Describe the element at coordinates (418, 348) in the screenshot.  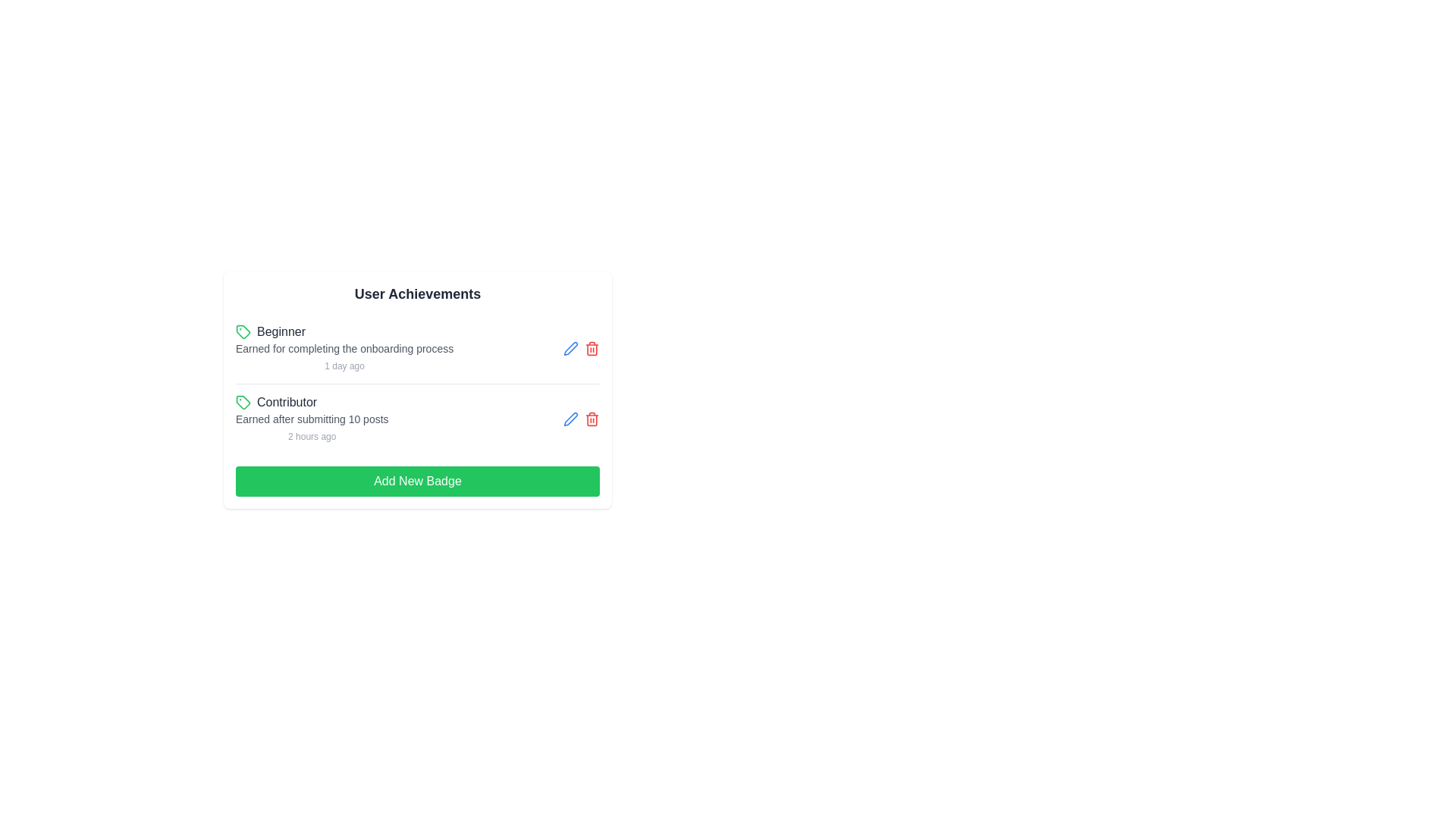
I see `the Achievement Display Row containing the 'Beginner' badge` at that location.